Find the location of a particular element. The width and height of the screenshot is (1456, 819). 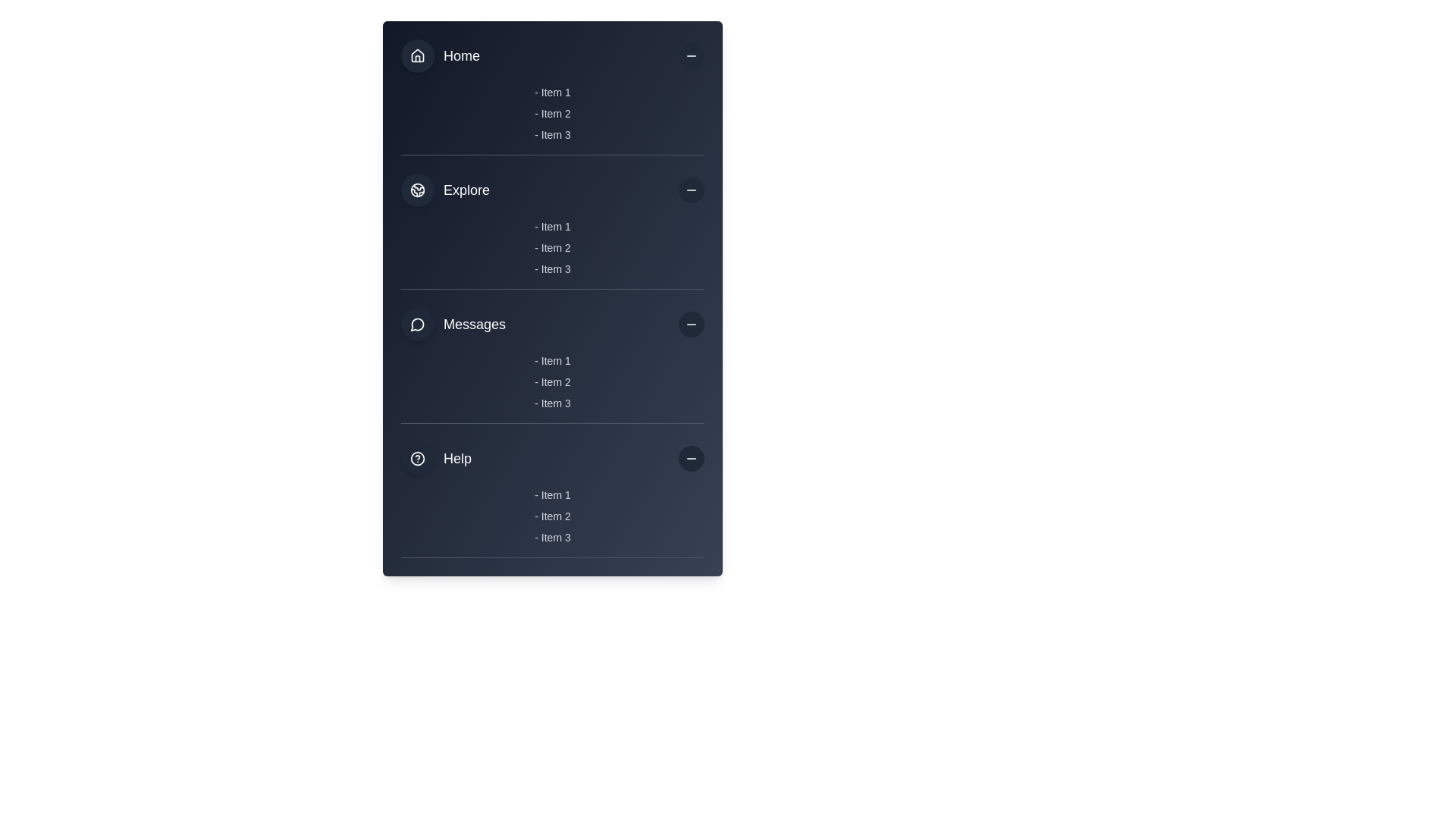

the help icon located to the left of the 'Help' label in the vertical menu is located at coordinates (418, 458).